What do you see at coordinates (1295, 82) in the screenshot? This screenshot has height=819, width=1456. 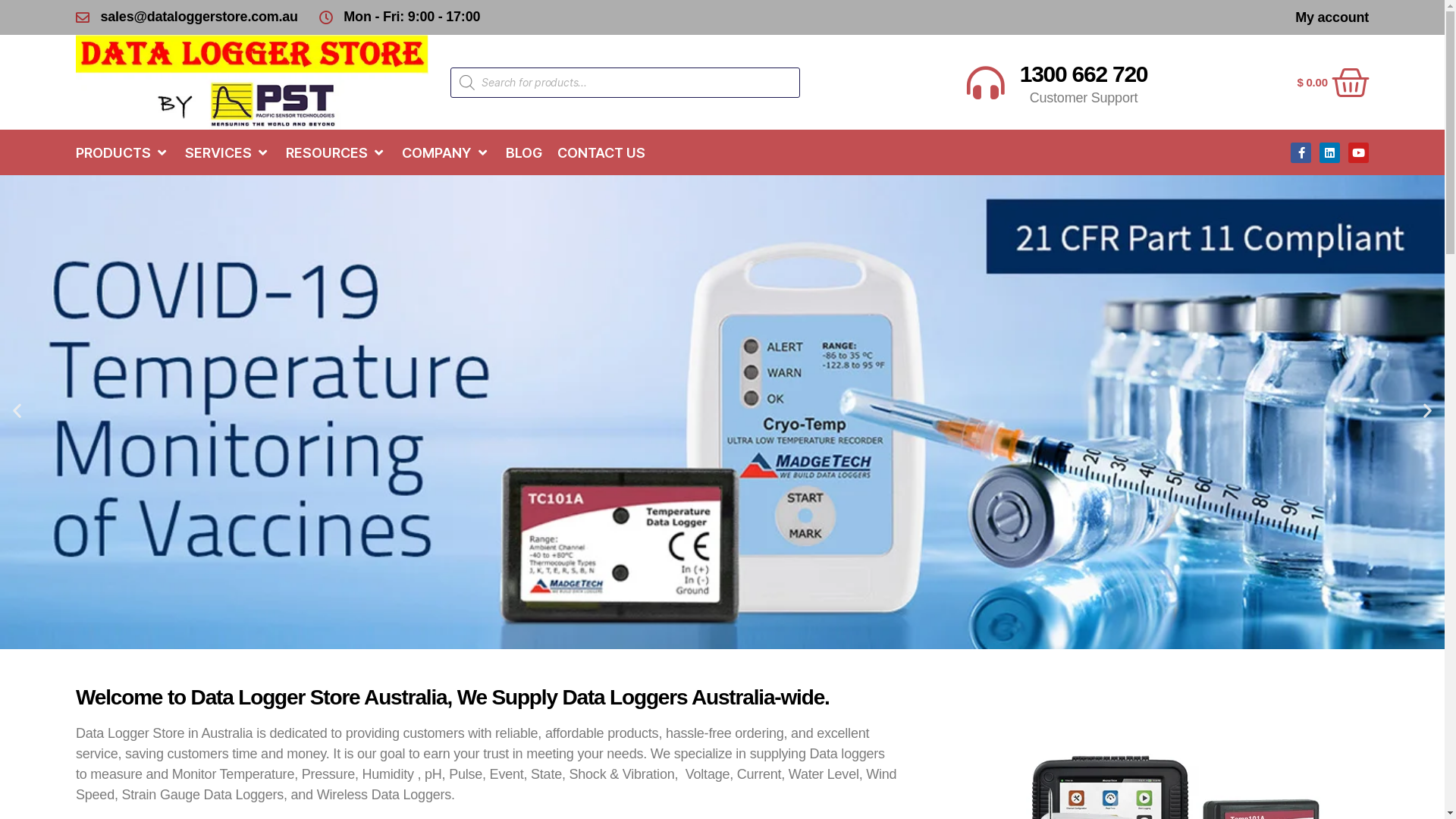 I see `'$ 0.00'` at bounding box center [1295, 82].